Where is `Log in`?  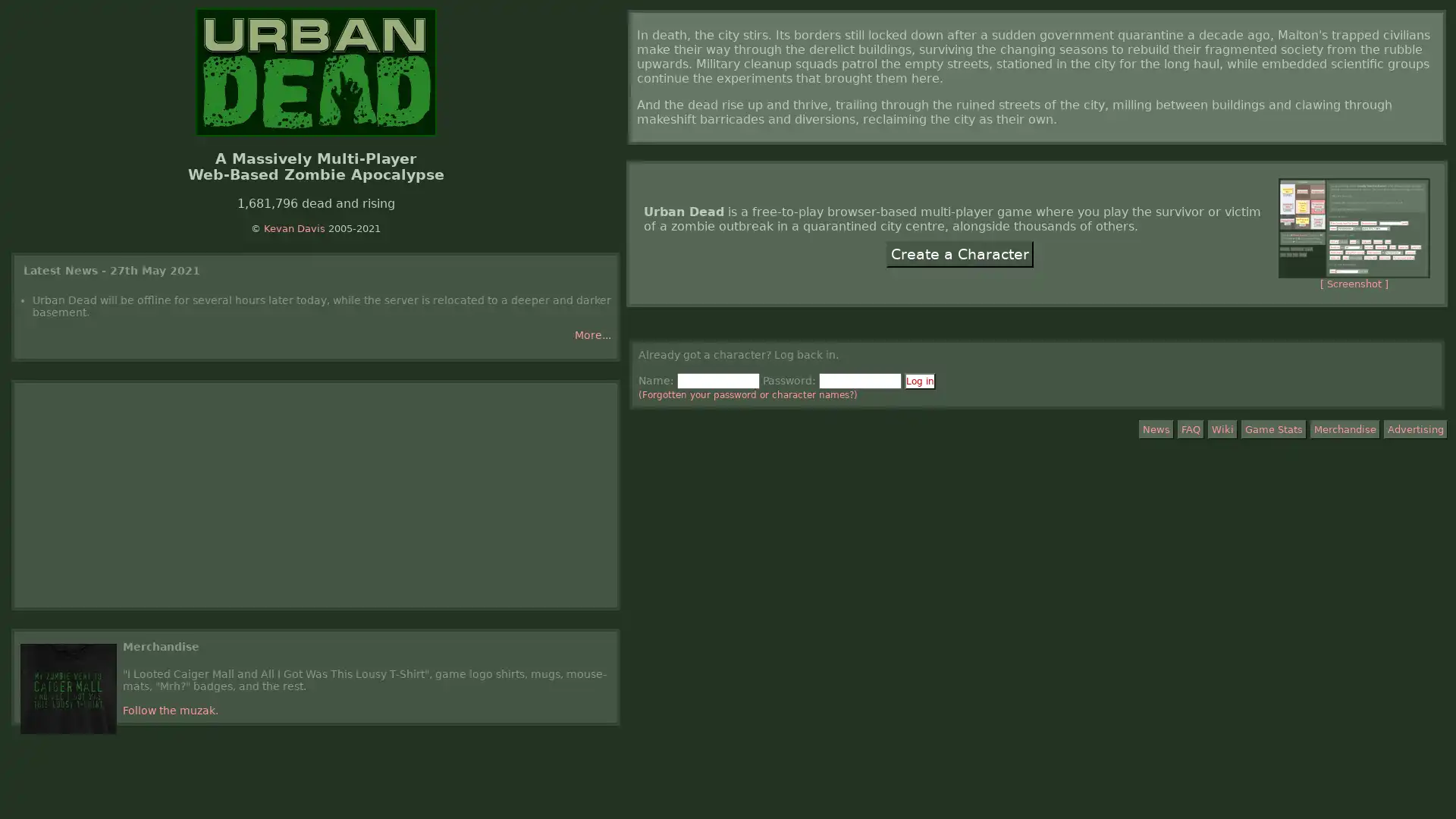
Log in is located at coordinates (919, 380).